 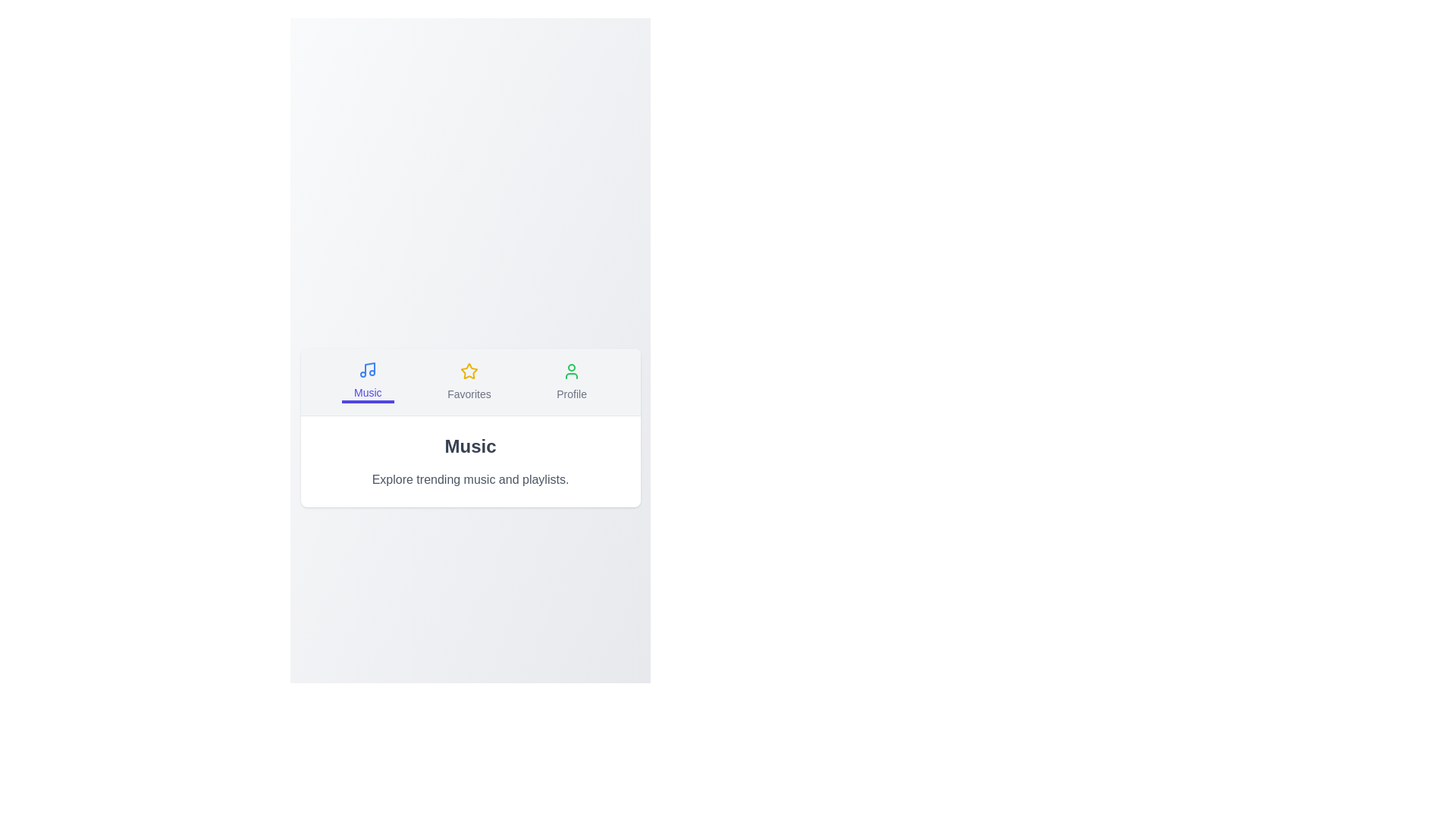 I want to click on the Favorites tab to view its content, so click(x=469, y=380).